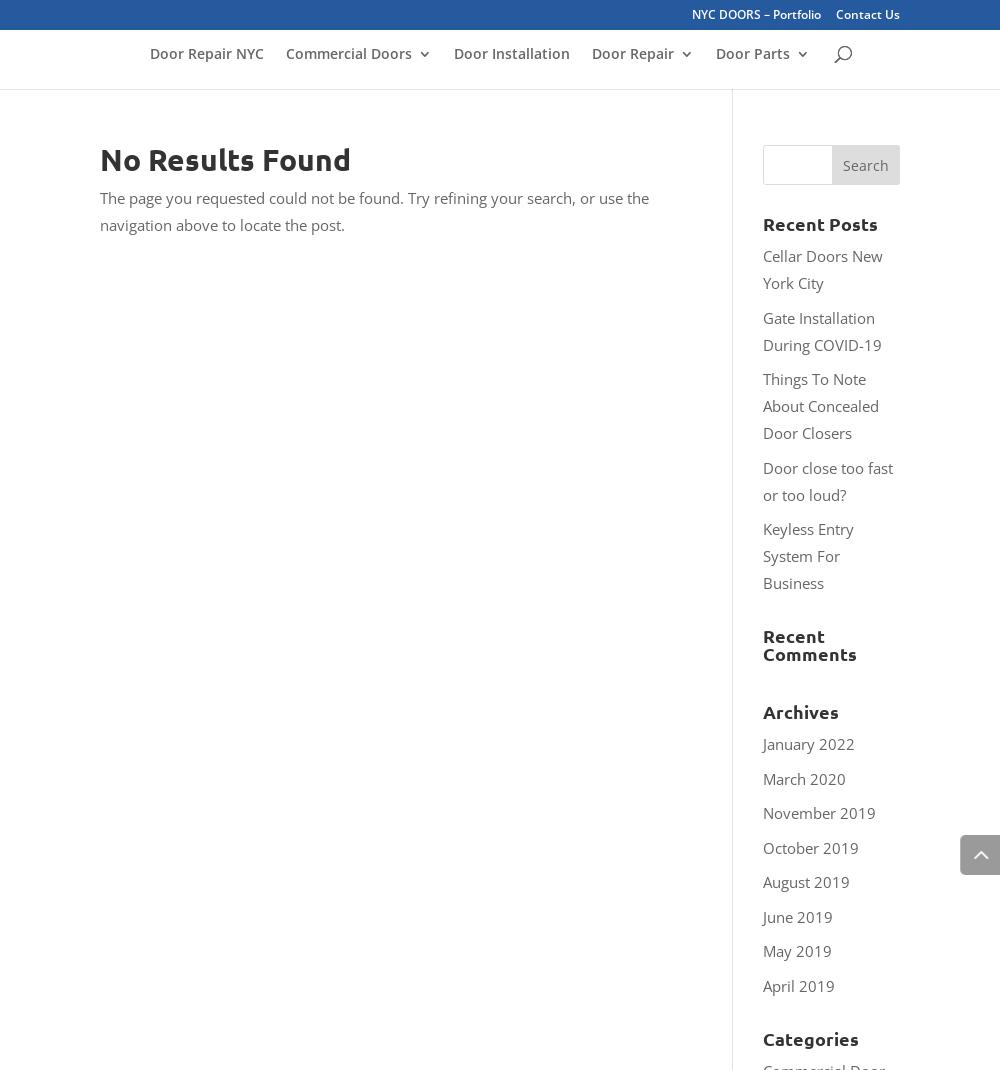  What do you see at coordinates (775, 170) in the screenshot?
I see `'Locks'` at bounding box center [775, 170].